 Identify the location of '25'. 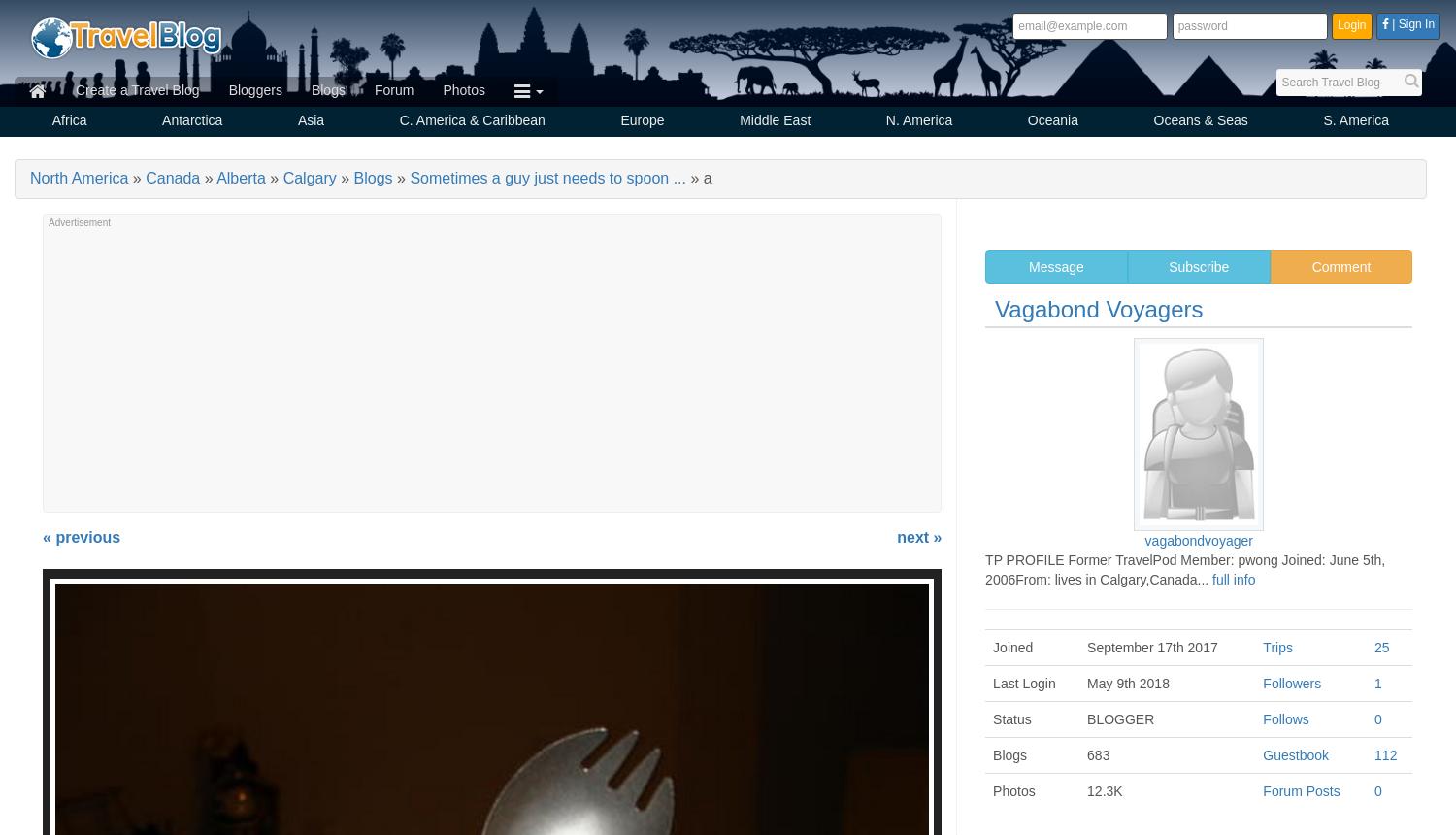
(1381, 648).